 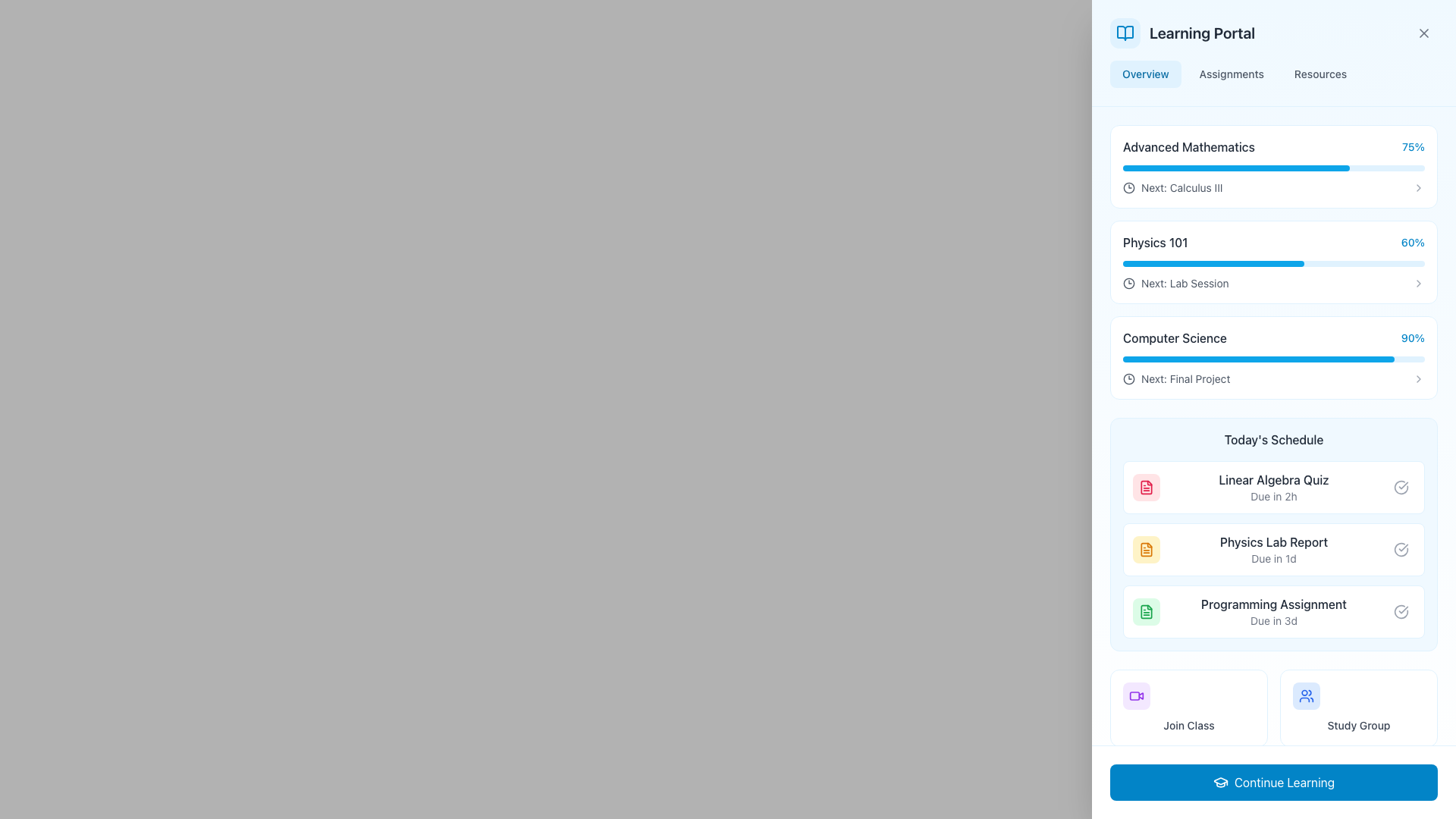 I want to click on the topmost card, so click(x=1274, y=166).